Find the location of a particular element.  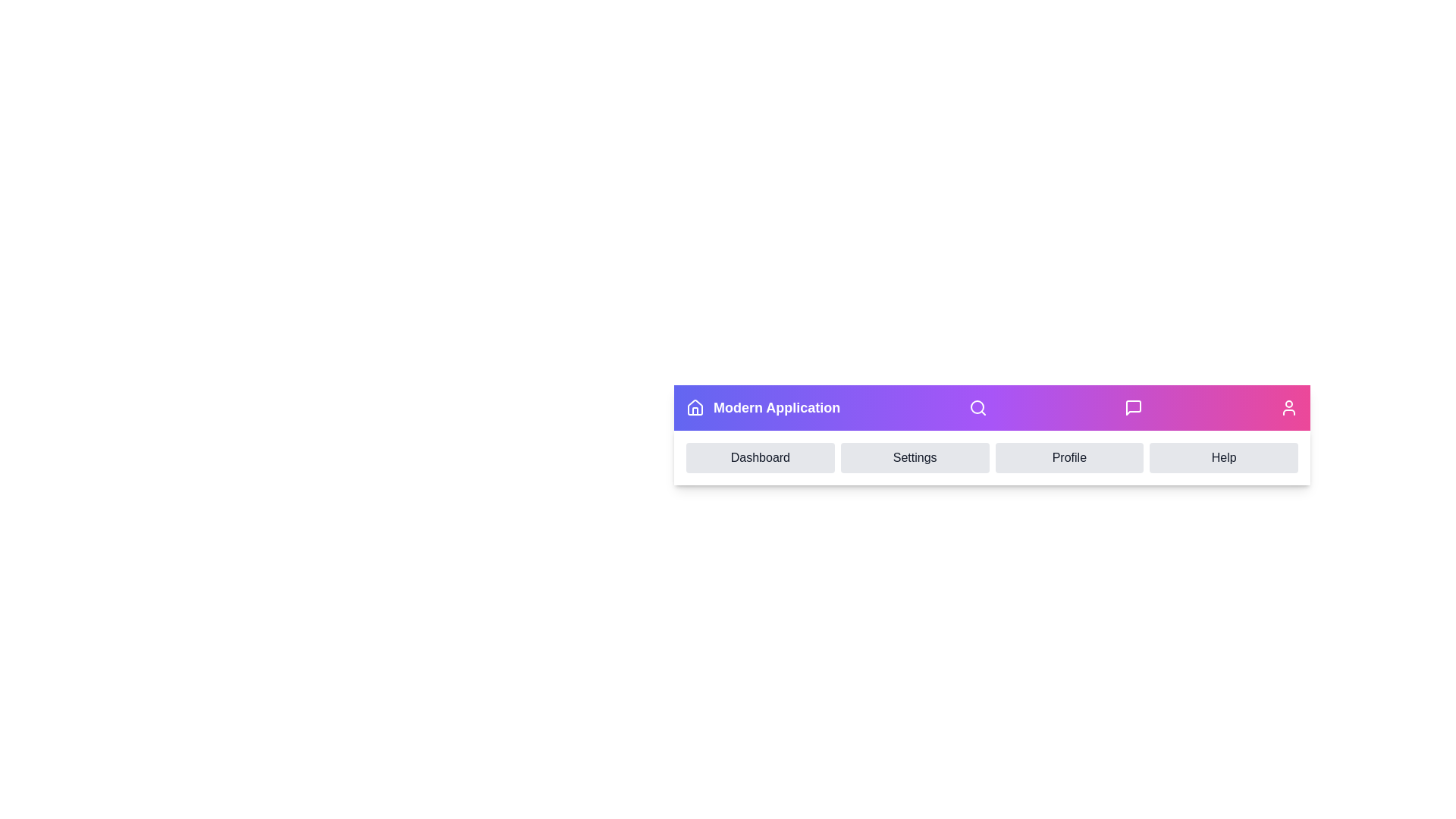

the MessageSquare icon in the top navigation bar is located at coordinates (1132, 406).